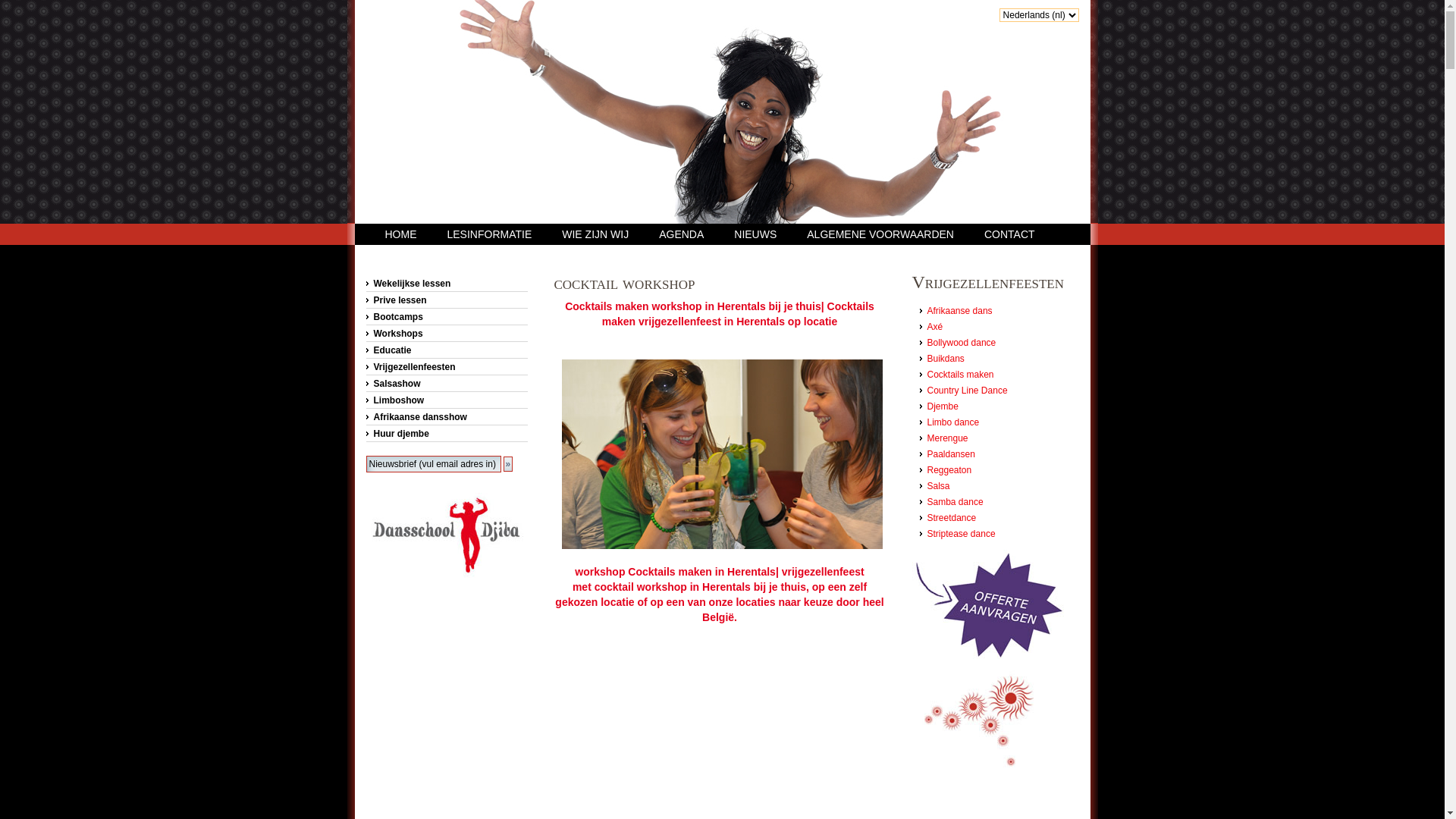 This screenshot has height=819, width=1456. I want to click on 'Paaldansen', so click(949, 453).